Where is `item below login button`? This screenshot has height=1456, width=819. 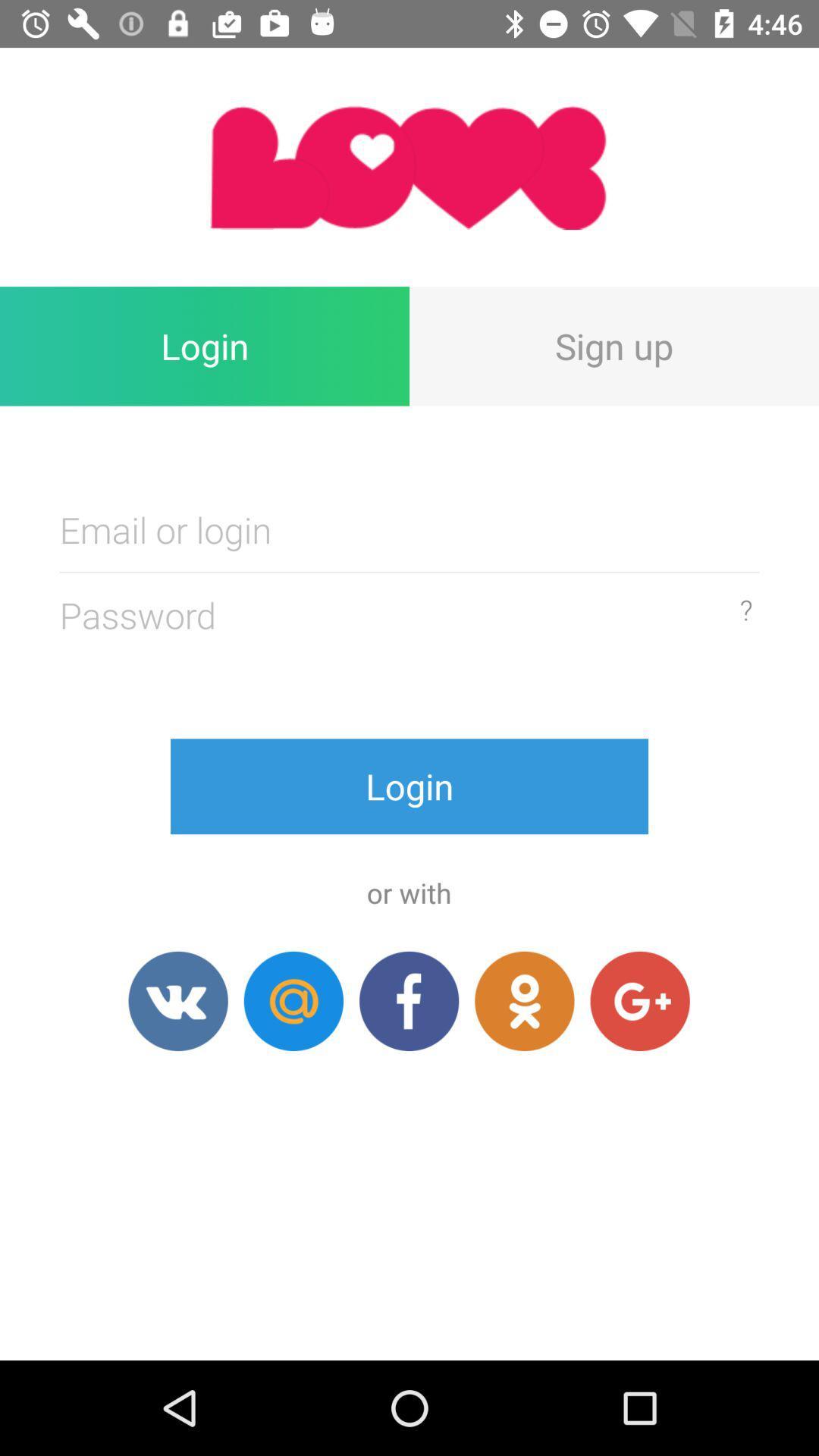
item below login button is located at coordinates (177, 1001).